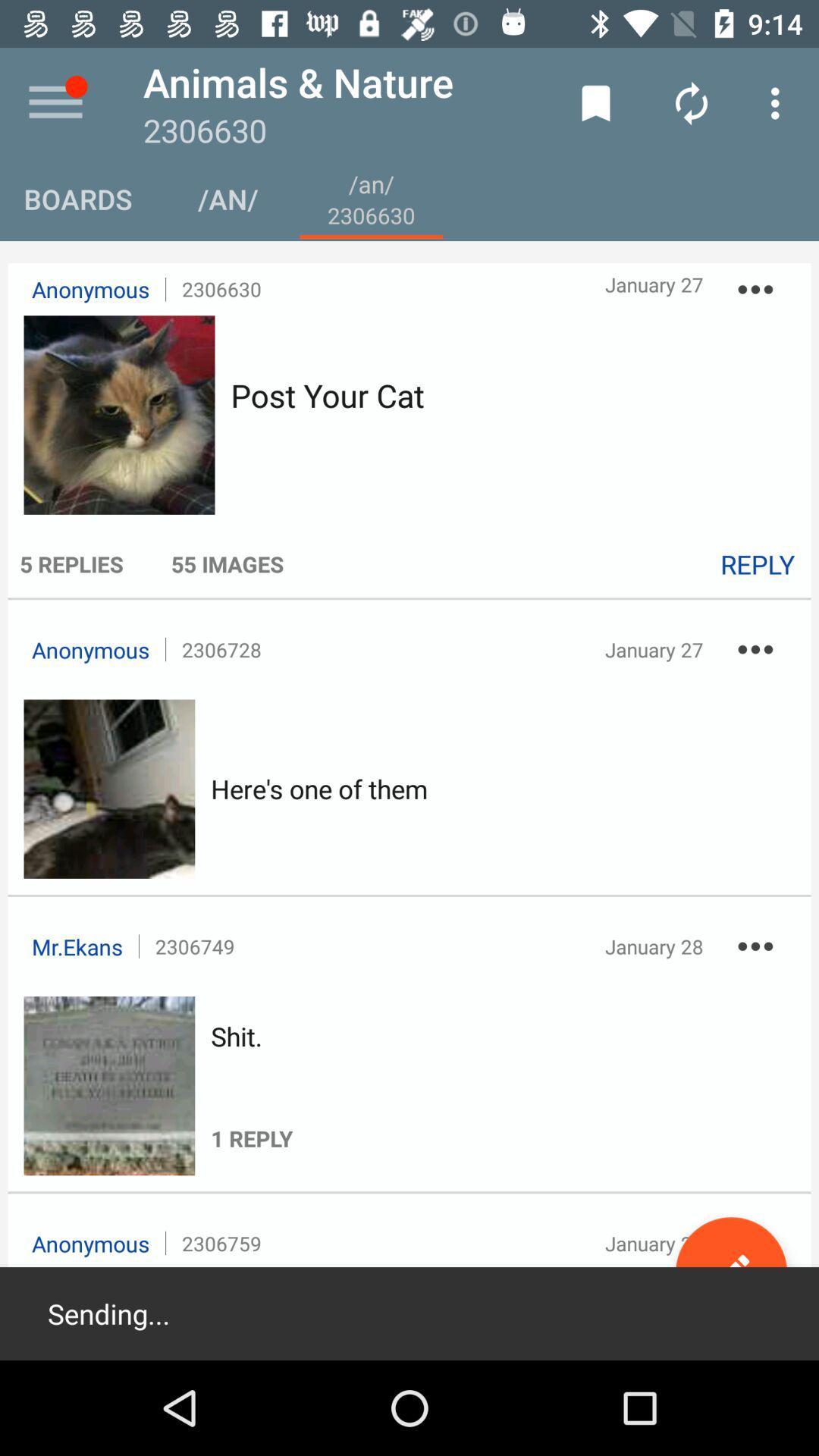  I want to click on menu option, so click(55, 102).